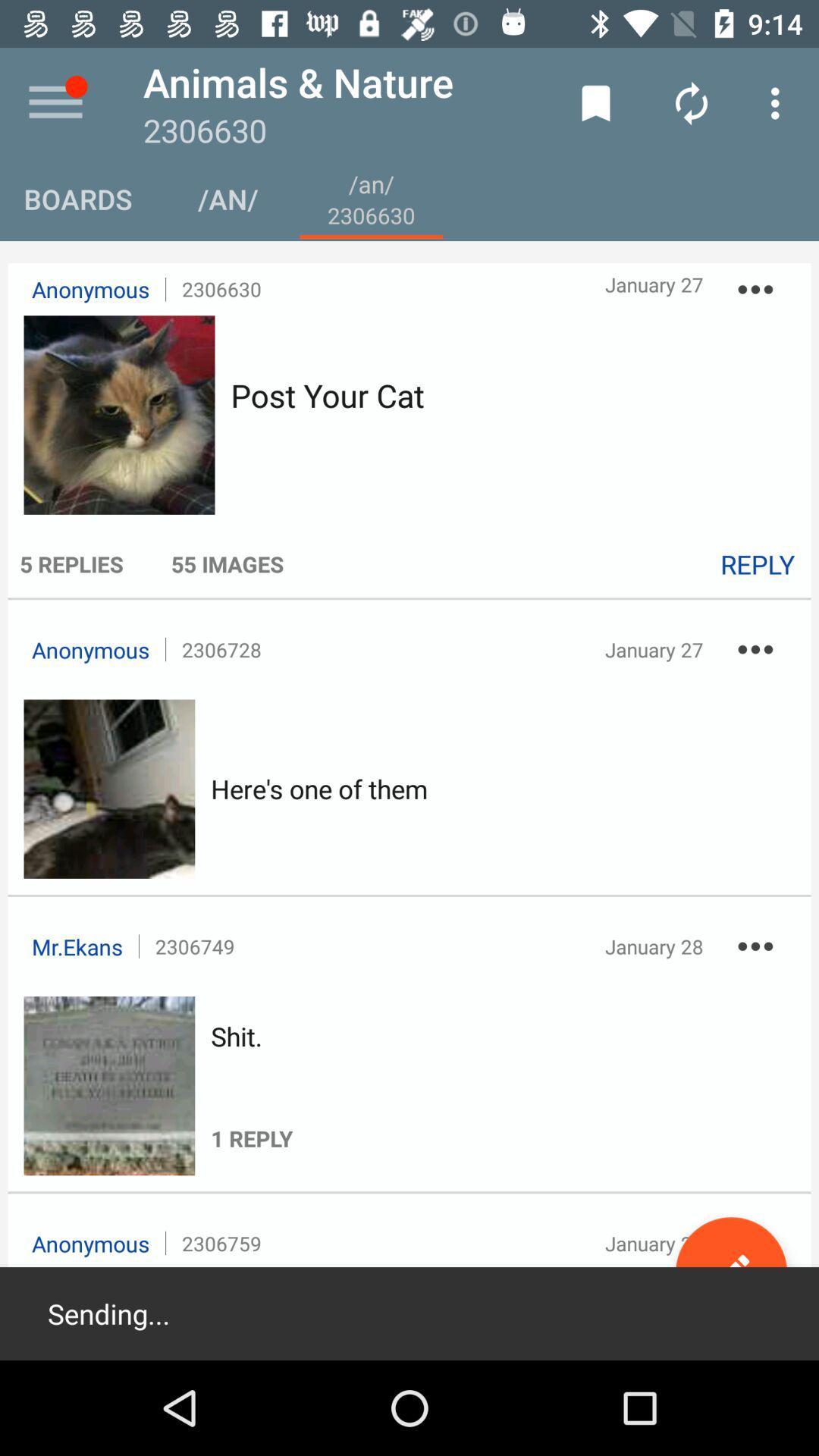  I want to click on menu option, so click(55, 102).